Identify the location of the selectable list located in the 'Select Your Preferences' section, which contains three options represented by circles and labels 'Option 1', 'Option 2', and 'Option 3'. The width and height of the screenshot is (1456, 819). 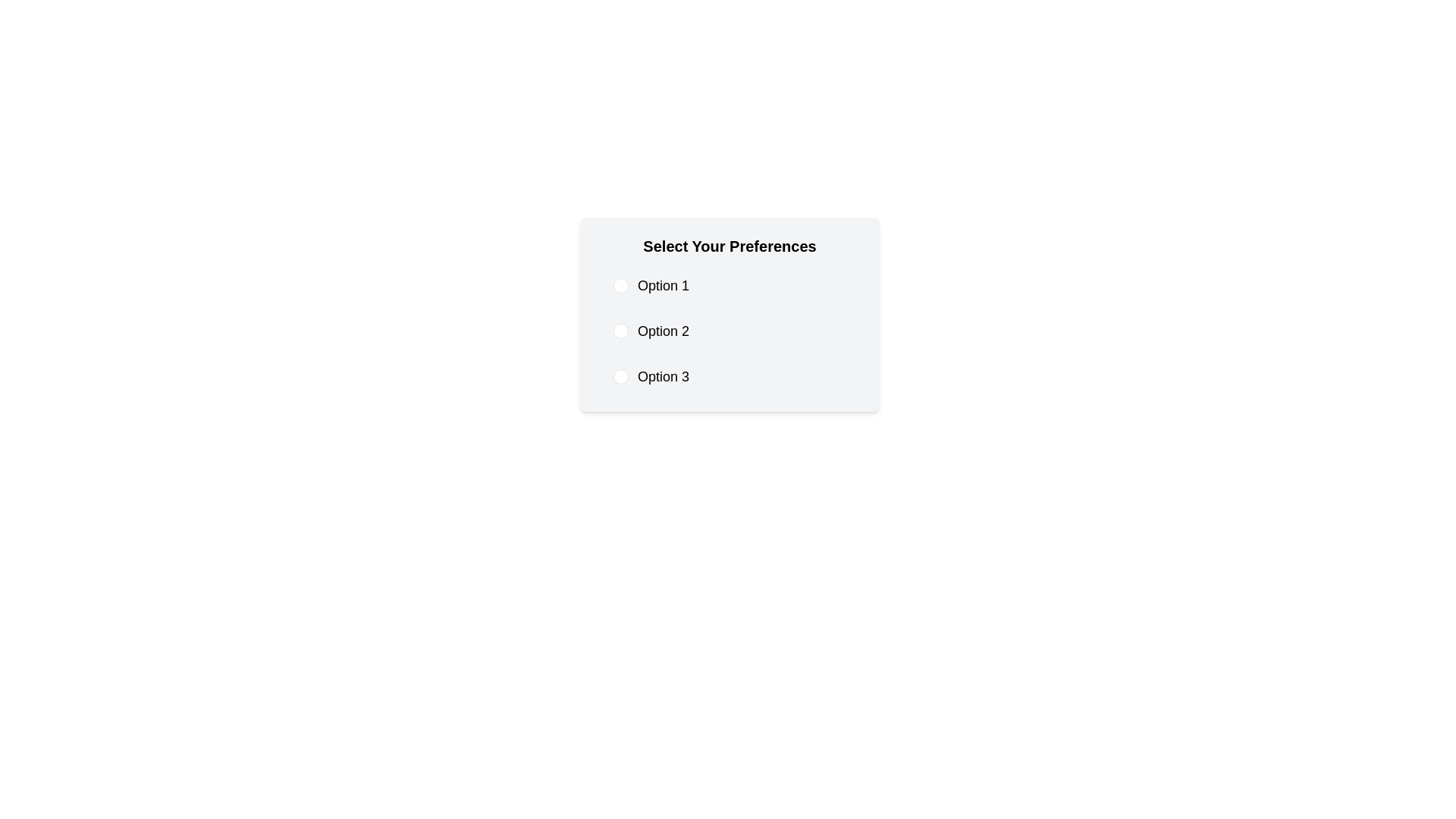
(730, 330).